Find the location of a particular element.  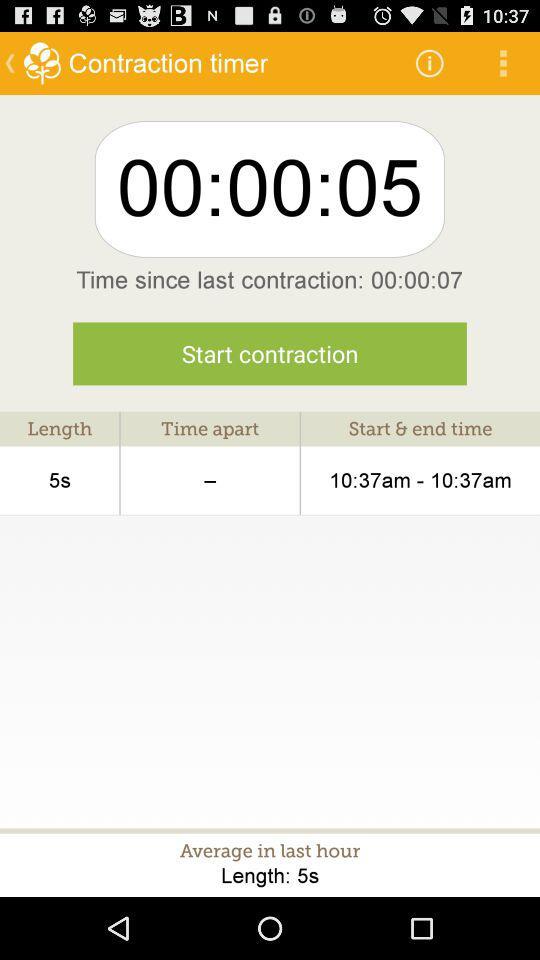

item above the length icon is located at coordinates (270, 353).